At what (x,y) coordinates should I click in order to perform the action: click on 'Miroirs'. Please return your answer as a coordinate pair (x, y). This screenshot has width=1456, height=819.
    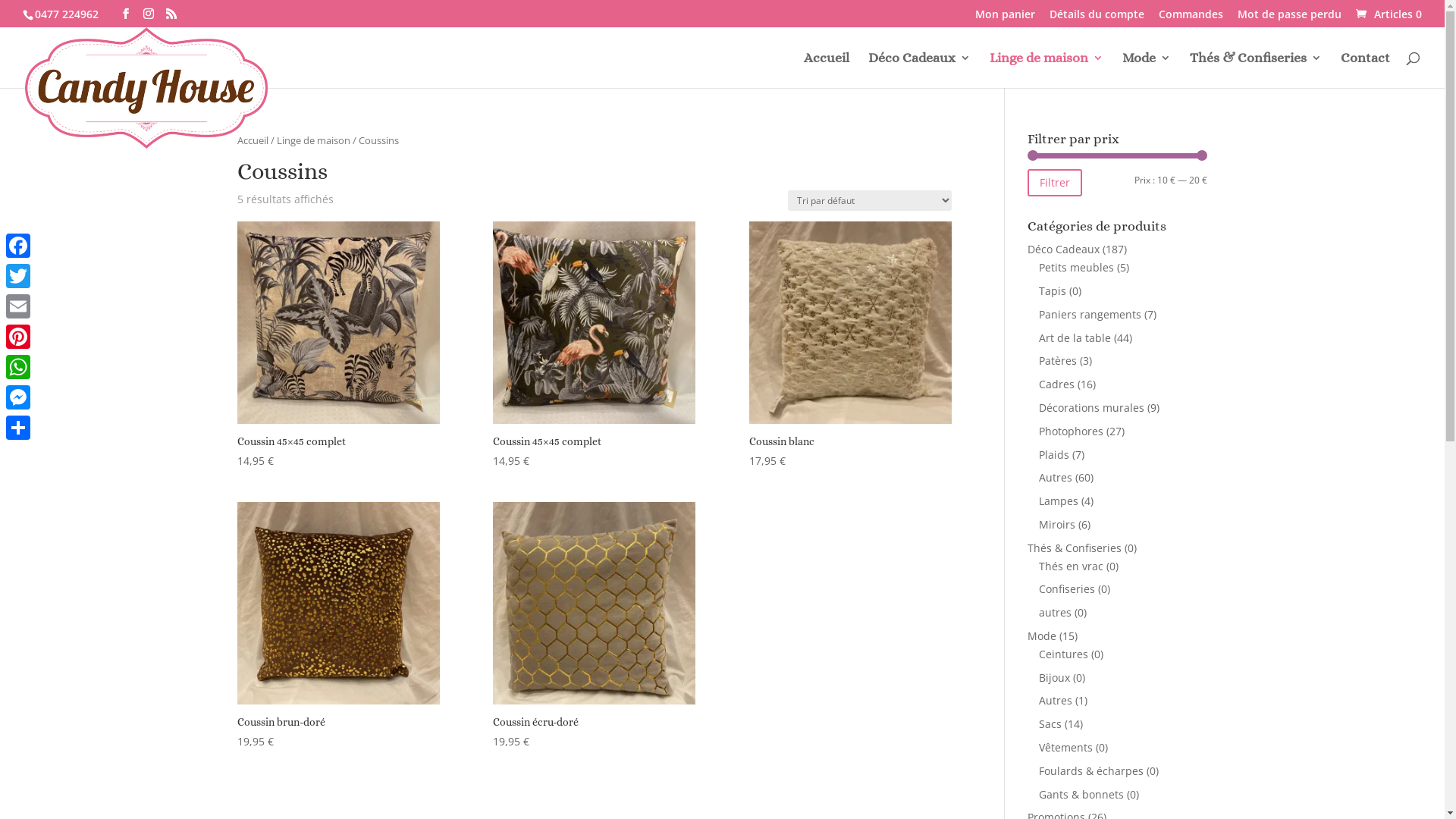
    Looking at the image, I should click on (1056, 523).